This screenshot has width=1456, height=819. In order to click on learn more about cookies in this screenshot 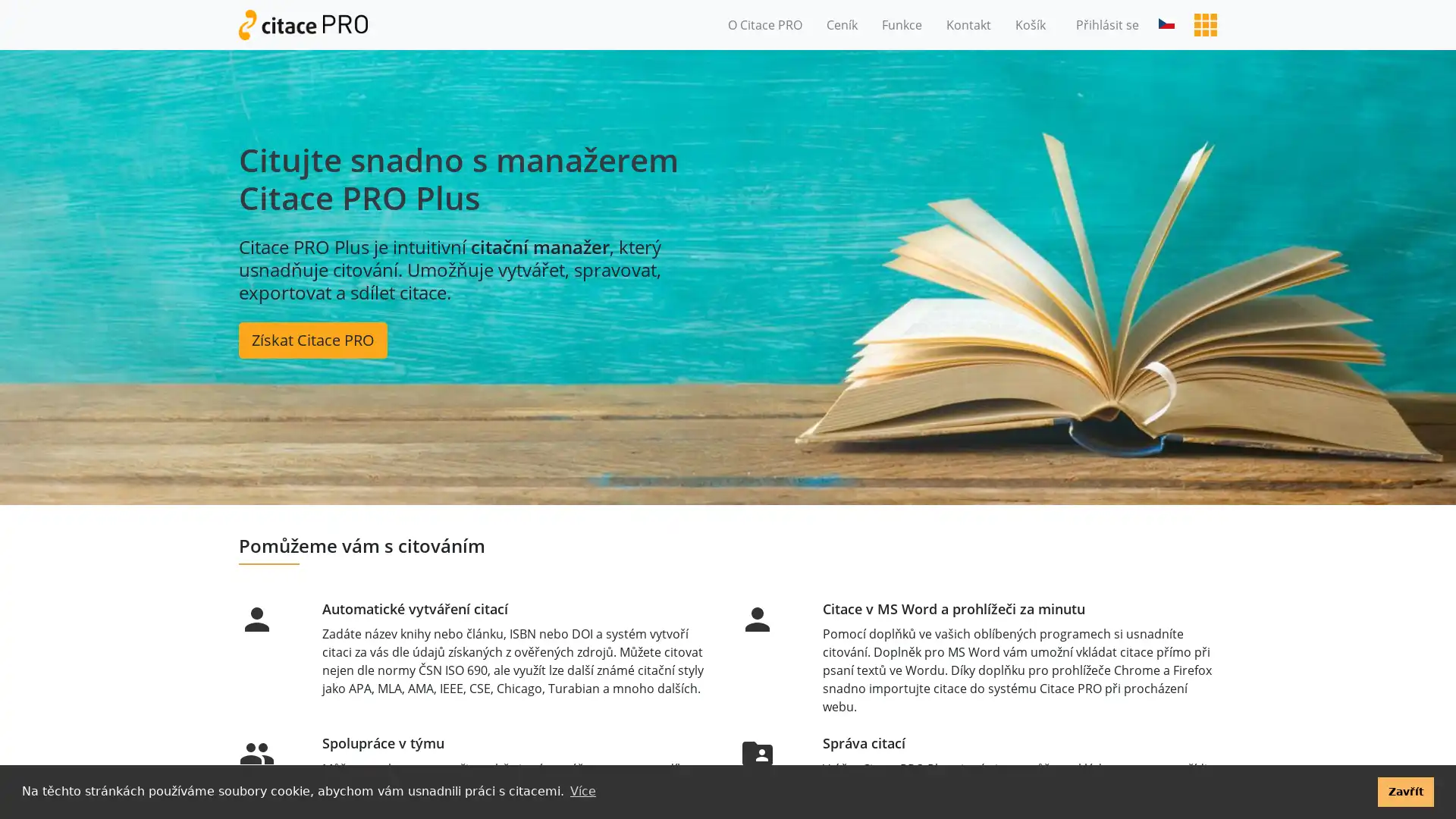, I will do `click(582, 791)`.